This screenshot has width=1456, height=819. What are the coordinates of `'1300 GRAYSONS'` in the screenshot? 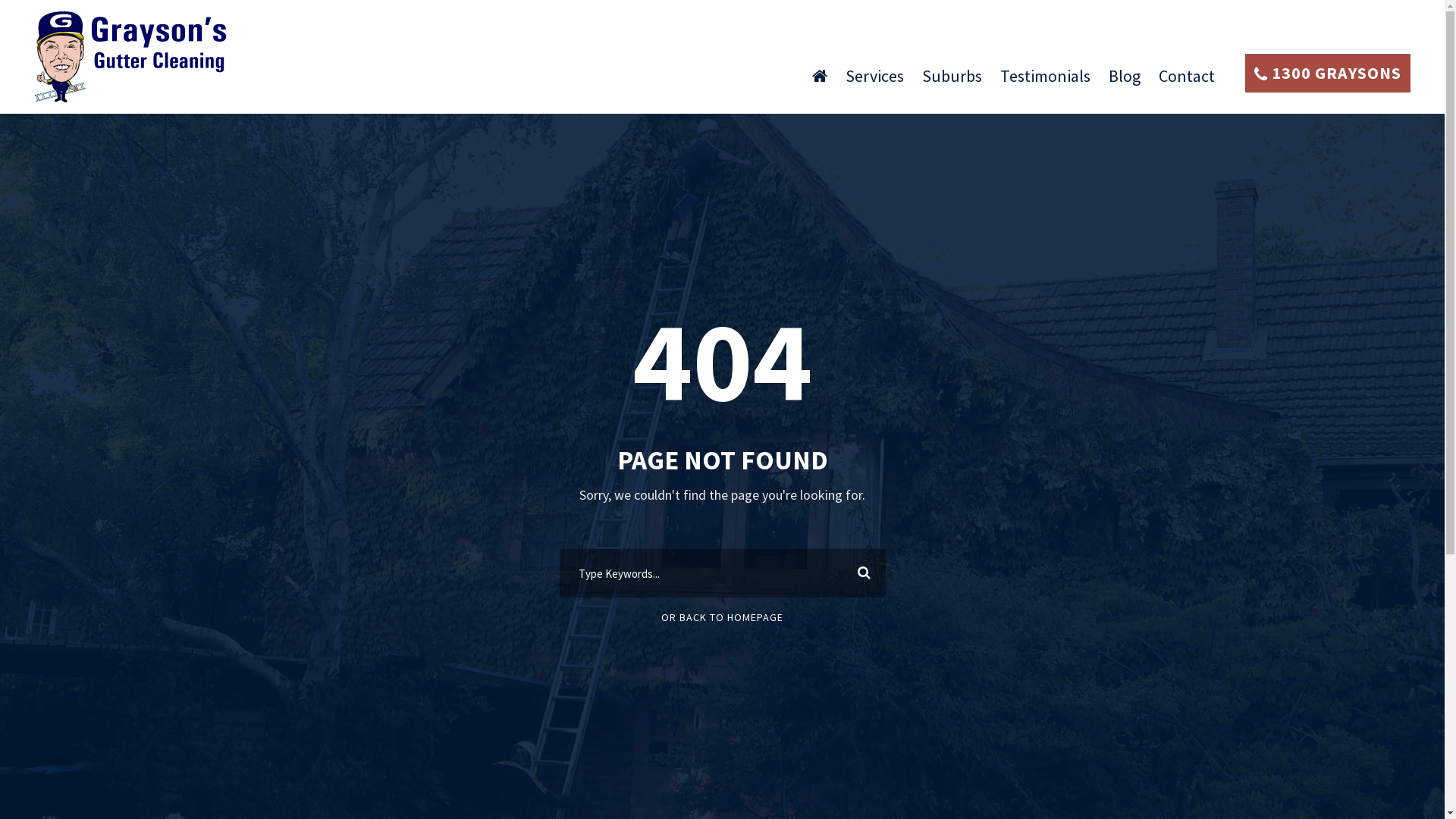 It's located at (1244, 73).